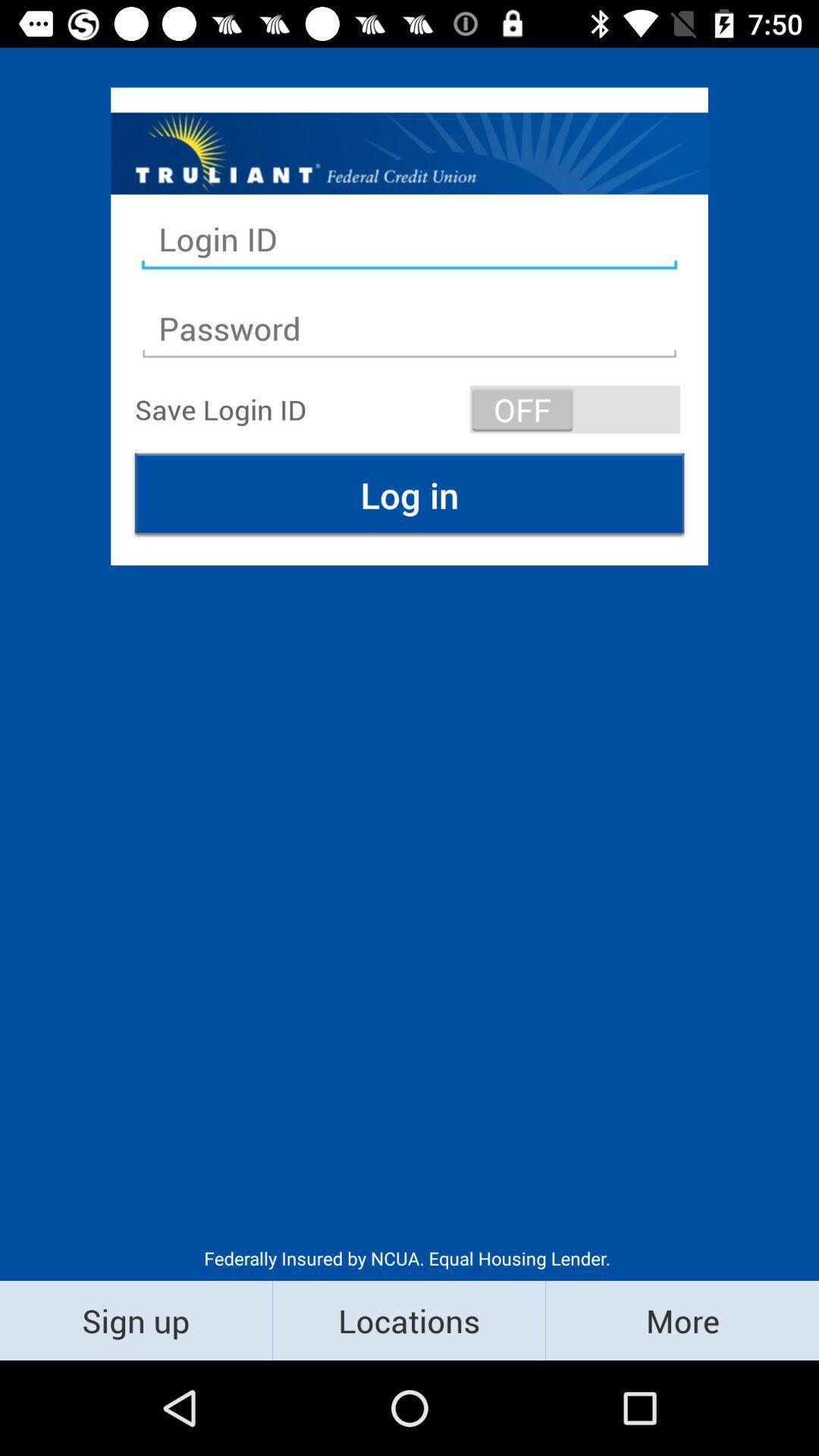 The image size is (819, 1456). What do you see at coordinates (681, 1319) in the screenshot?
I see `the icon below the federally insured by` at bounding box center [681, 1319].